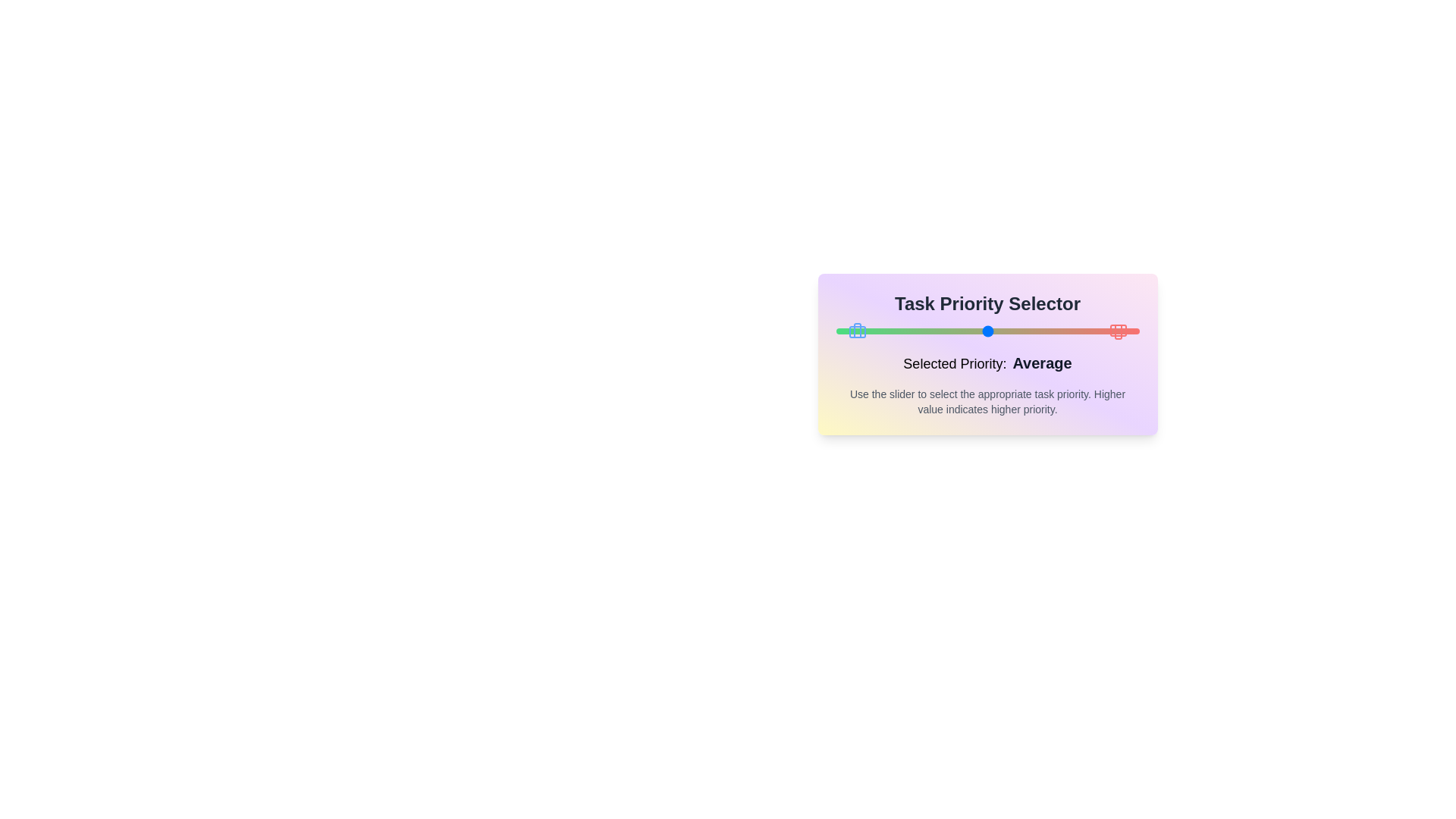 The image size is (1456, 819). What do you see at coordinates (911, 330) in the screenshot?
I see `the slider to set the priority to 2` at bounding box center [911, 330].